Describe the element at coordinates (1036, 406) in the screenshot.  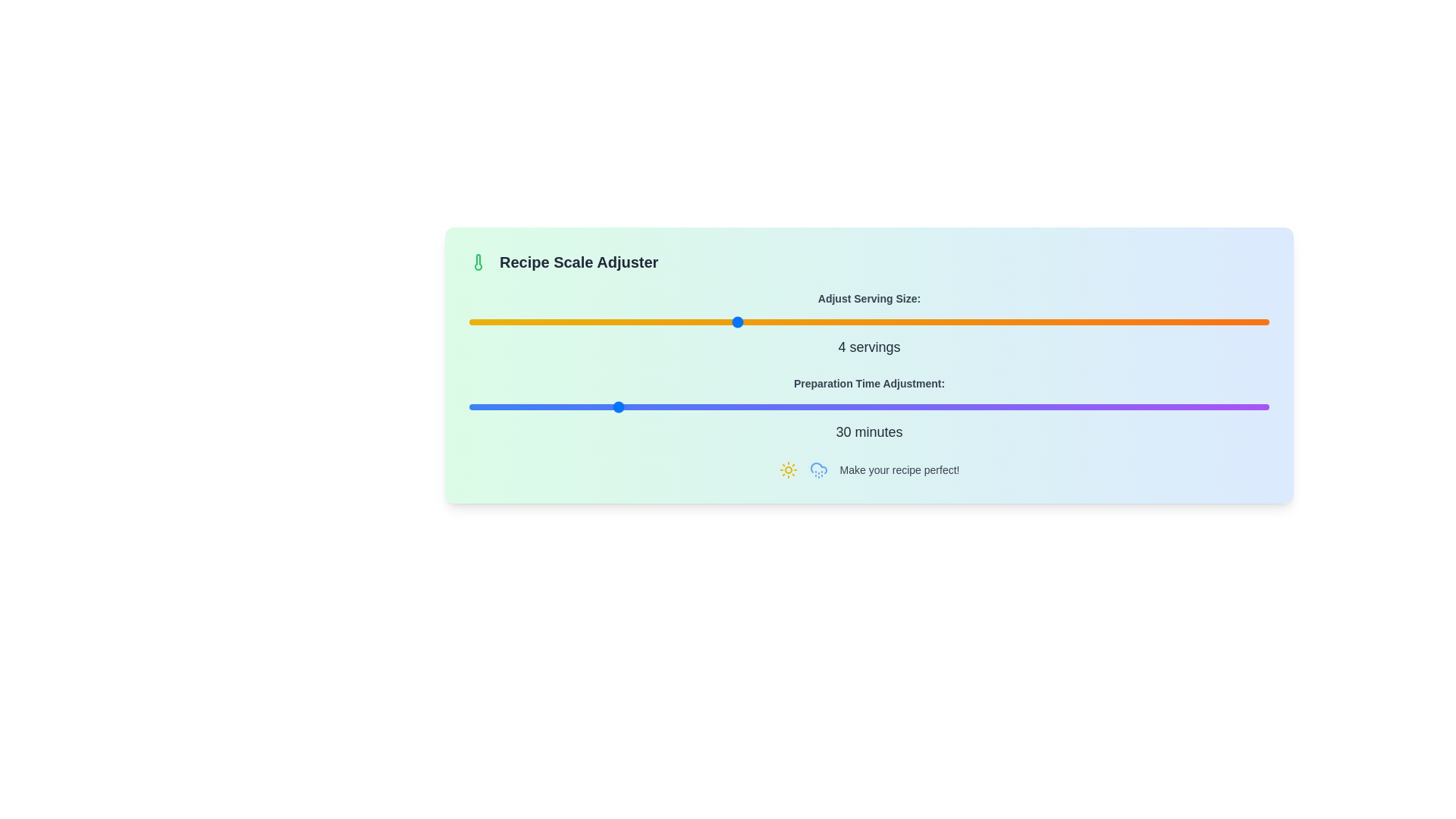
I see `preparation time adjustment` at that location.